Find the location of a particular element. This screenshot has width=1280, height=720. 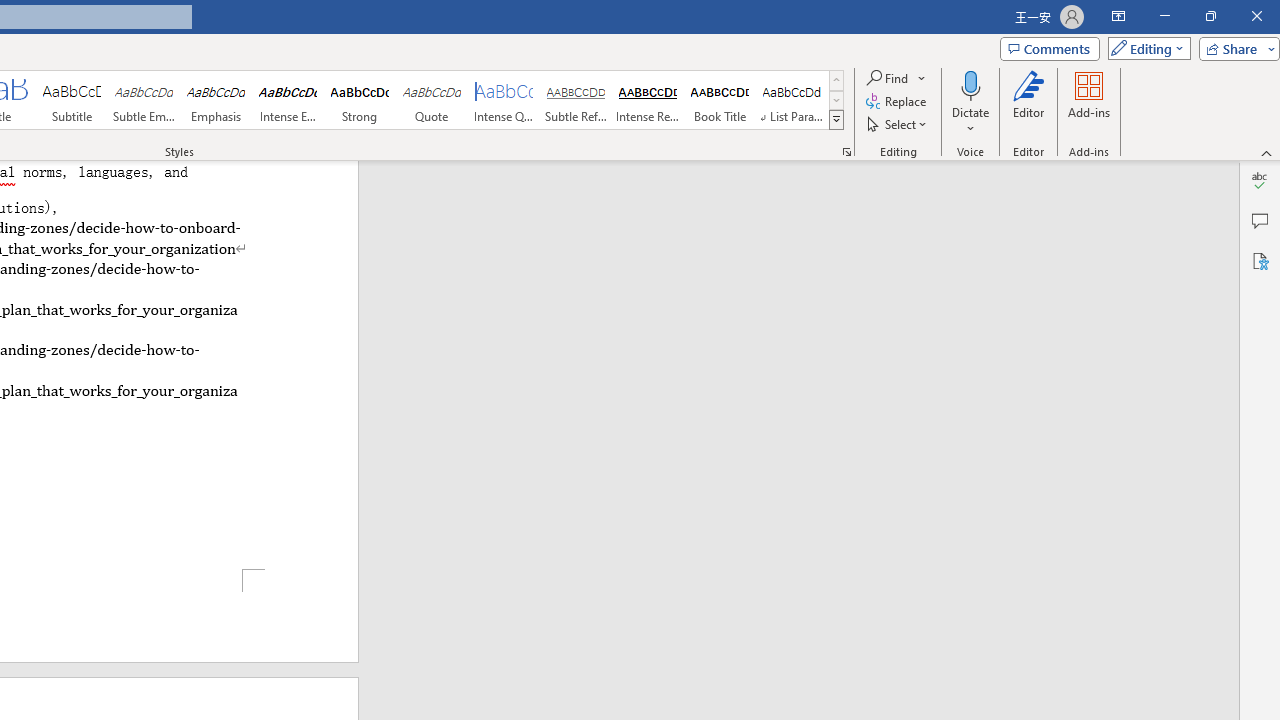

'Emphasis' is located at coordinates (216, 100).